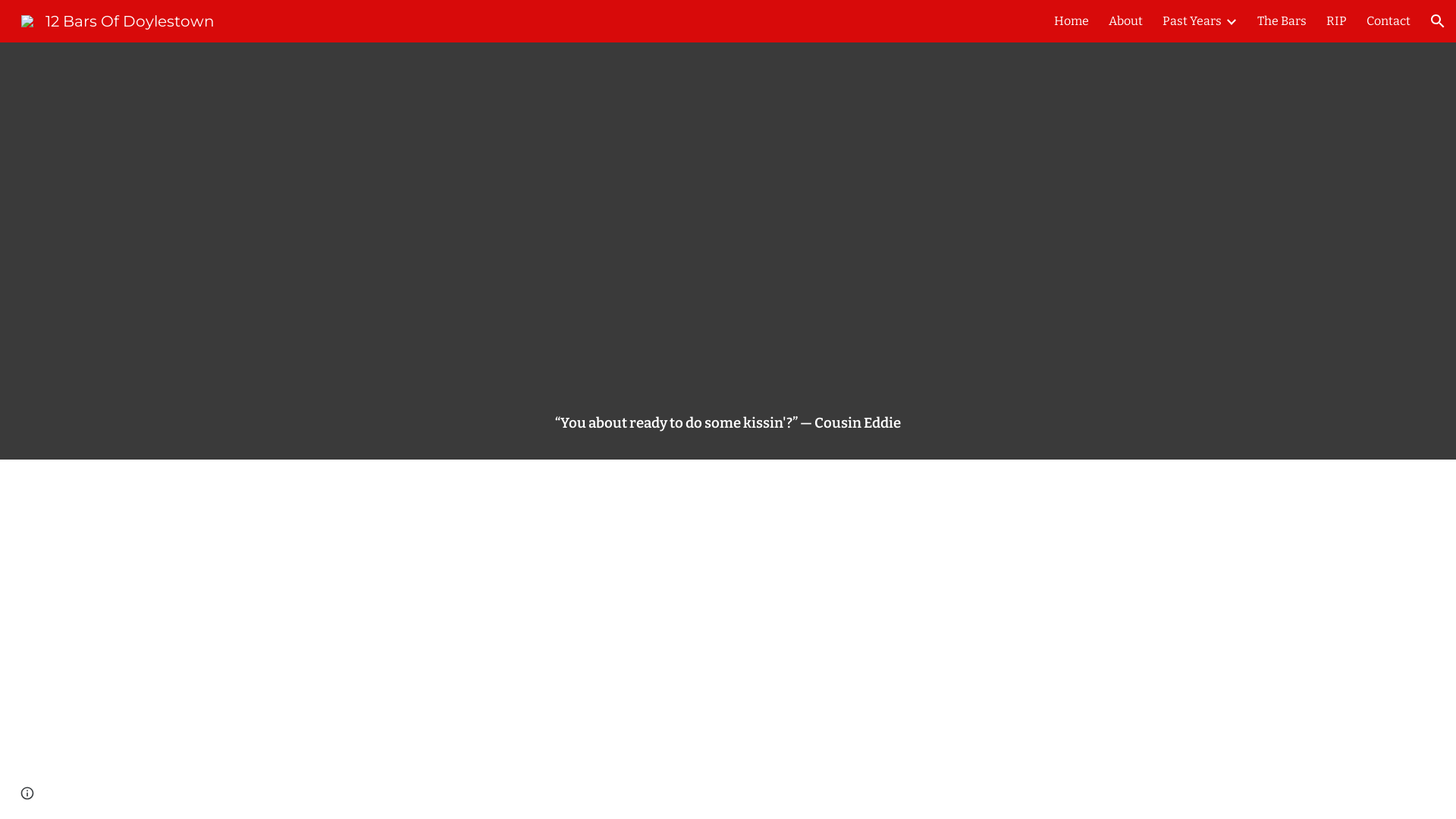 This screenshot has width=1456, height=819. What do you see at coordinates (1281, 20) in the screenshot?
I see `'The Bars'` at bounding box center [1281, 20].